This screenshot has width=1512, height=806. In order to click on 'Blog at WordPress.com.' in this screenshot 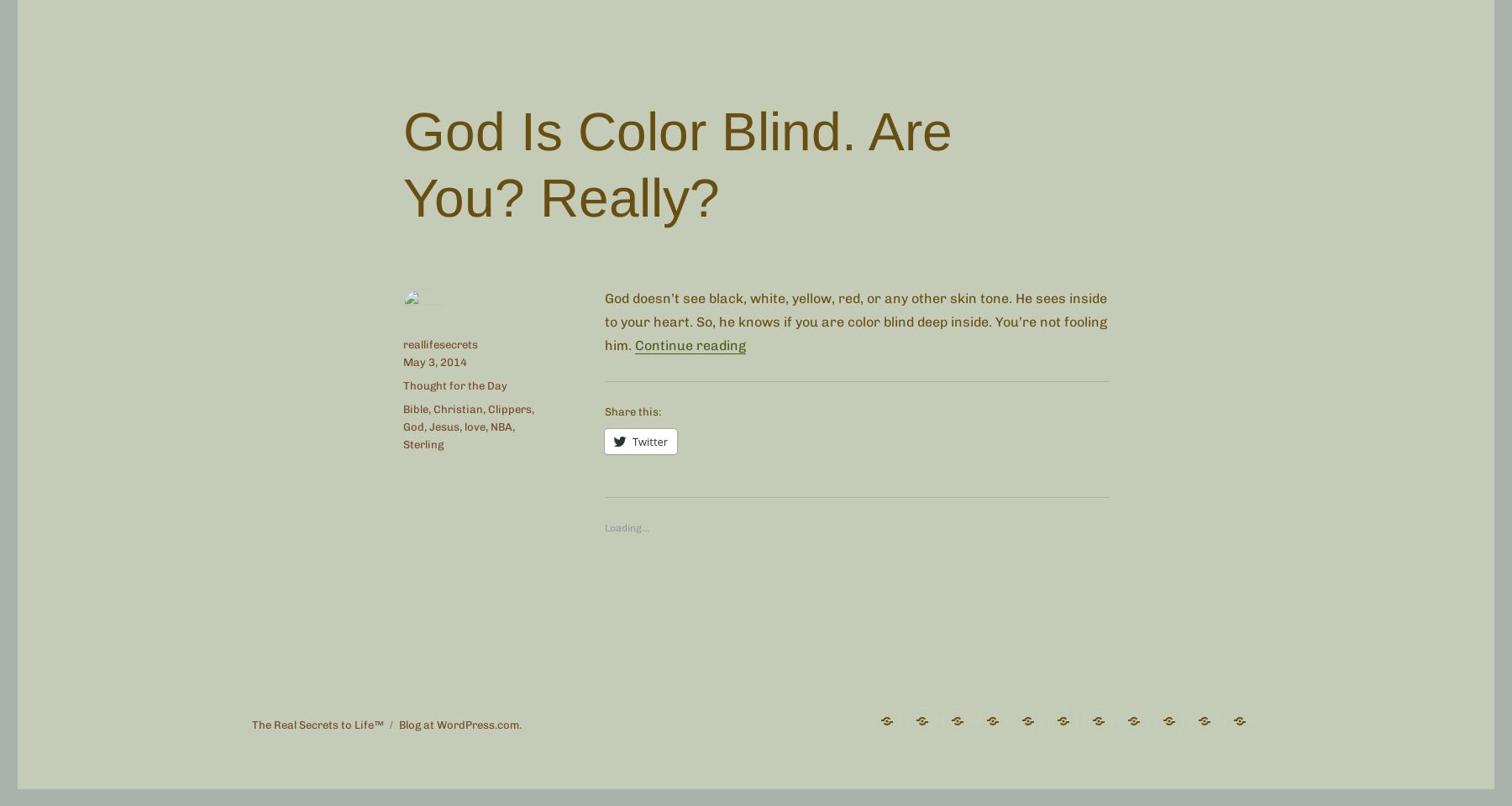, I will do `click(459, 723)`.